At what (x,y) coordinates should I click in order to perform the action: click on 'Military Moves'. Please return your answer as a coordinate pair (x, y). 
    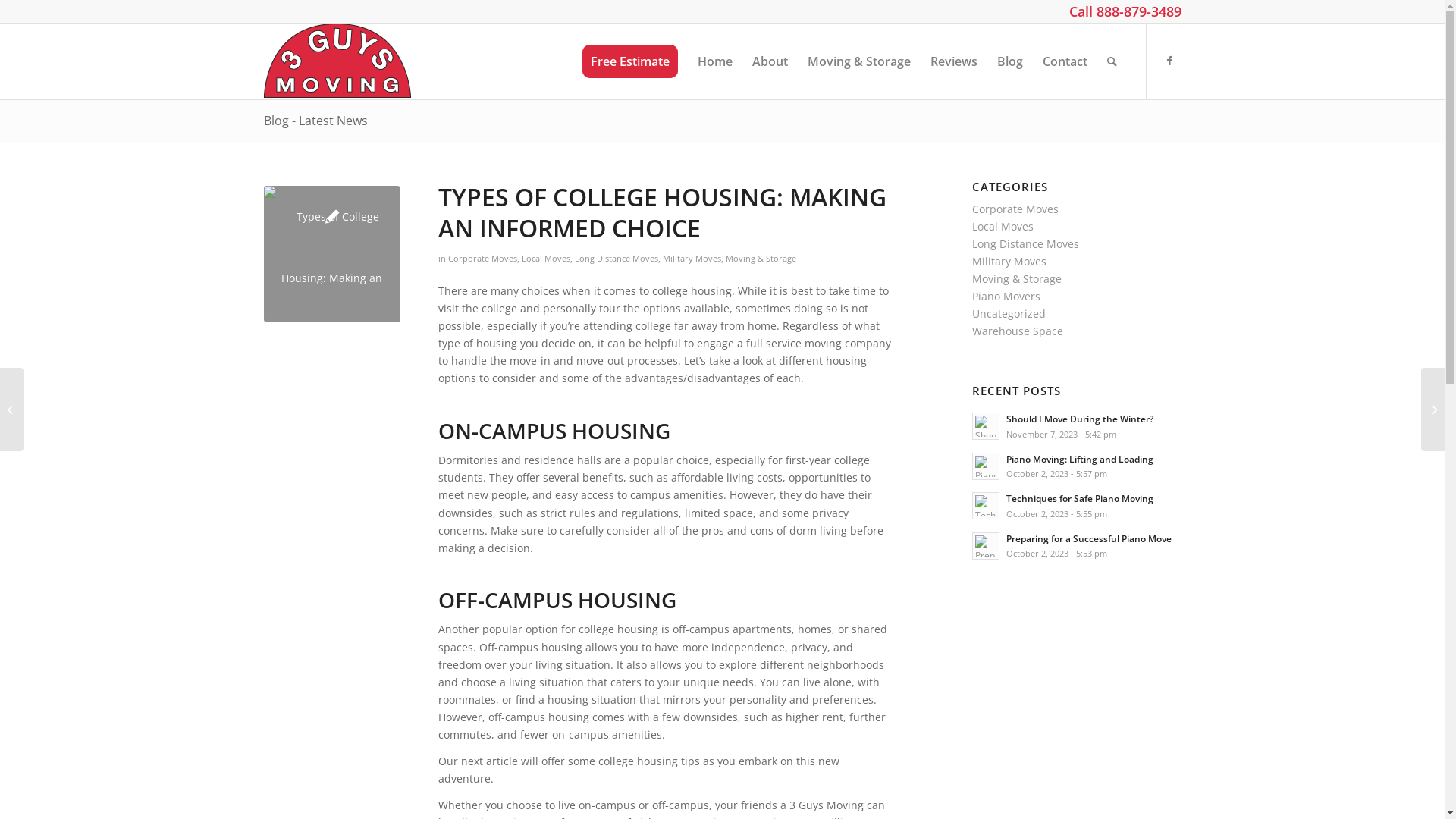
    Looking at the image, I should click on (662, 257).